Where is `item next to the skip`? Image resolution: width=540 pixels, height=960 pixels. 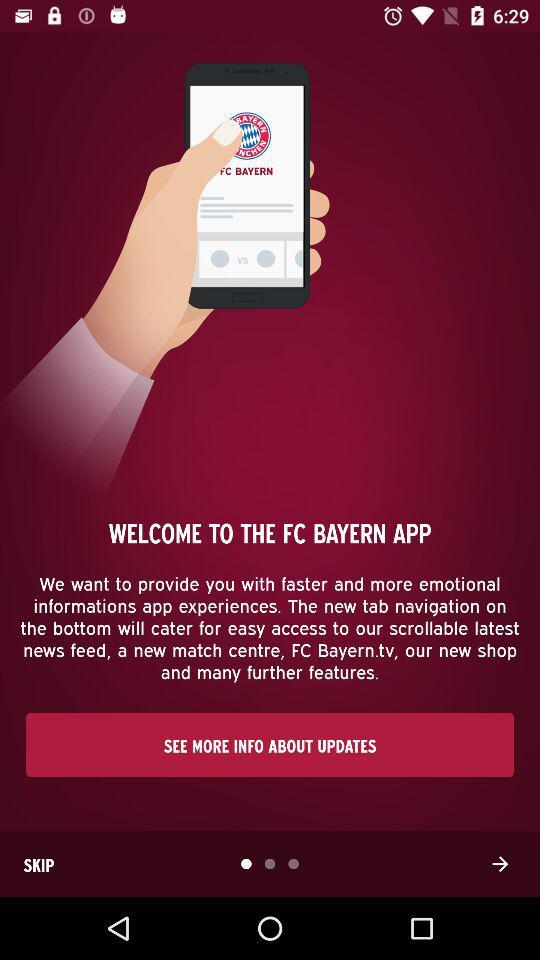
item next to the skip is located at coordinates (499, 863).